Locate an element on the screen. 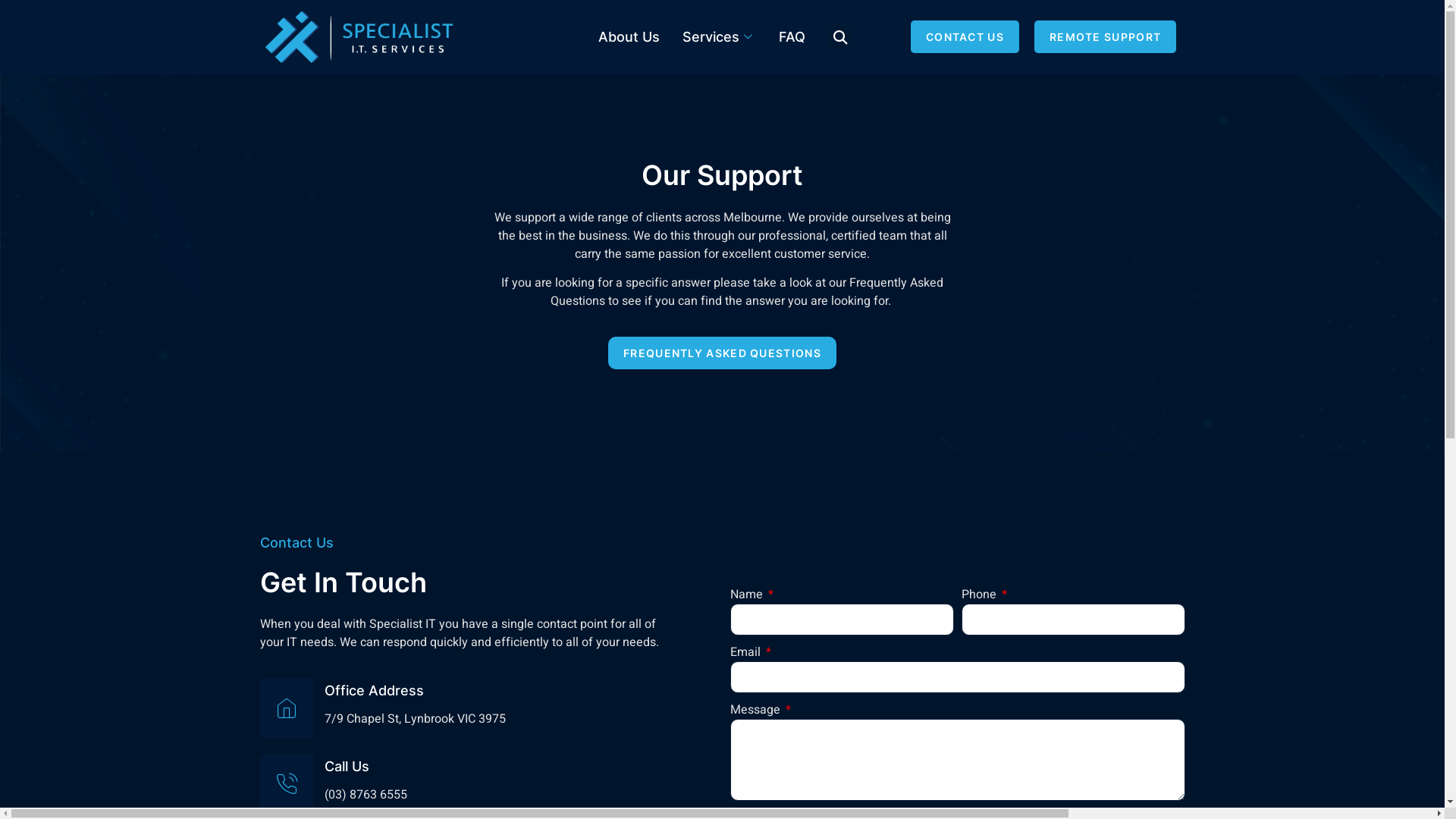 The image size is (1456, 819). 'CONTACT US' is located at coordinates (964, 36).